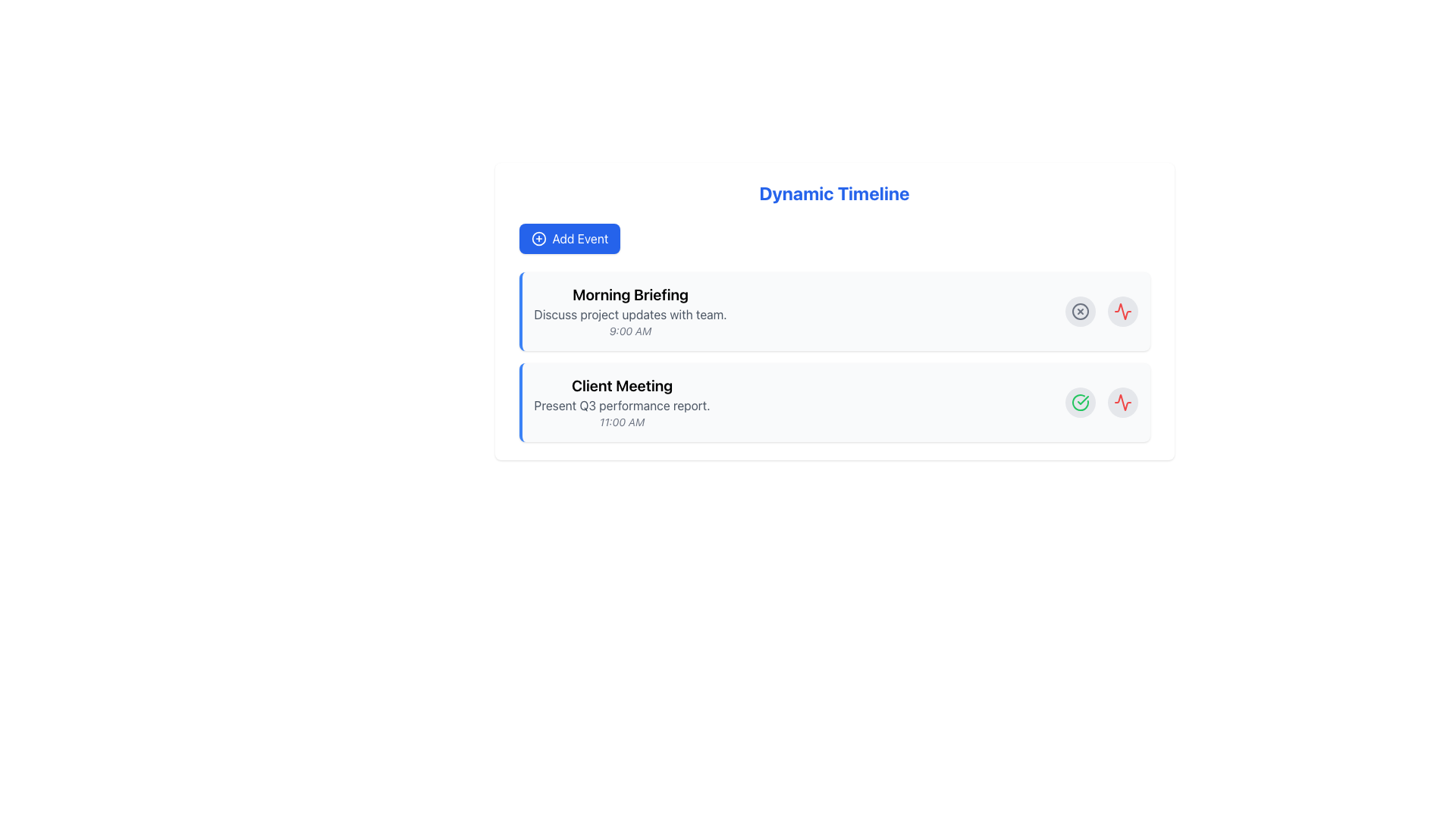 The height and width of the screenshot is (819, 1456). I want to click on the Button Group associated with the timeline entry titled 'Morning Briefing' for more options, so click(1101, 311).